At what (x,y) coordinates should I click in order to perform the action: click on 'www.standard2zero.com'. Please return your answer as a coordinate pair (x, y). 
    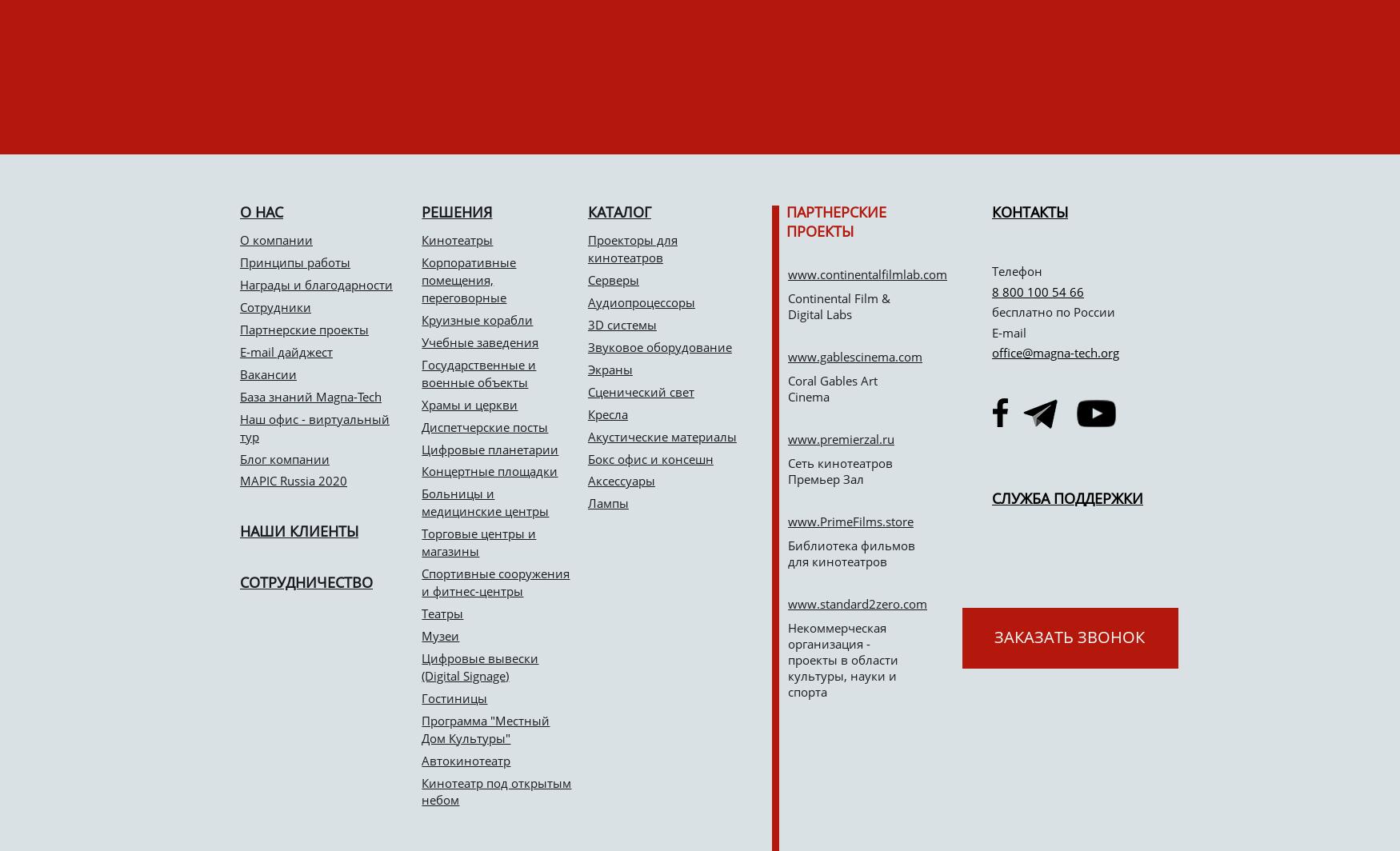
    Looking at the image, I should click on (858, 604).